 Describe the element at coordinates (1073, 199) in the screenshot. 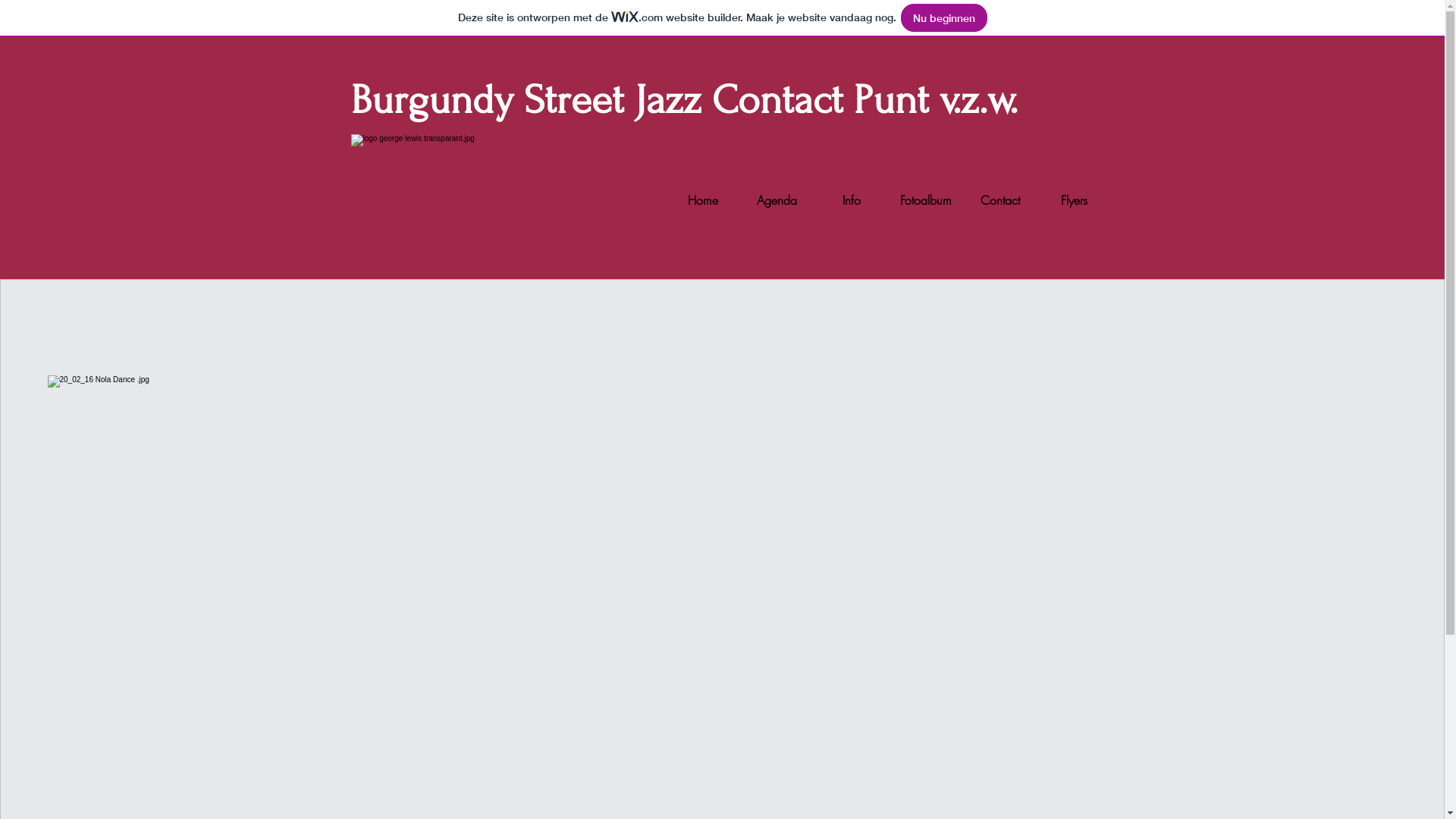

I see `'Flyers'` at that location.